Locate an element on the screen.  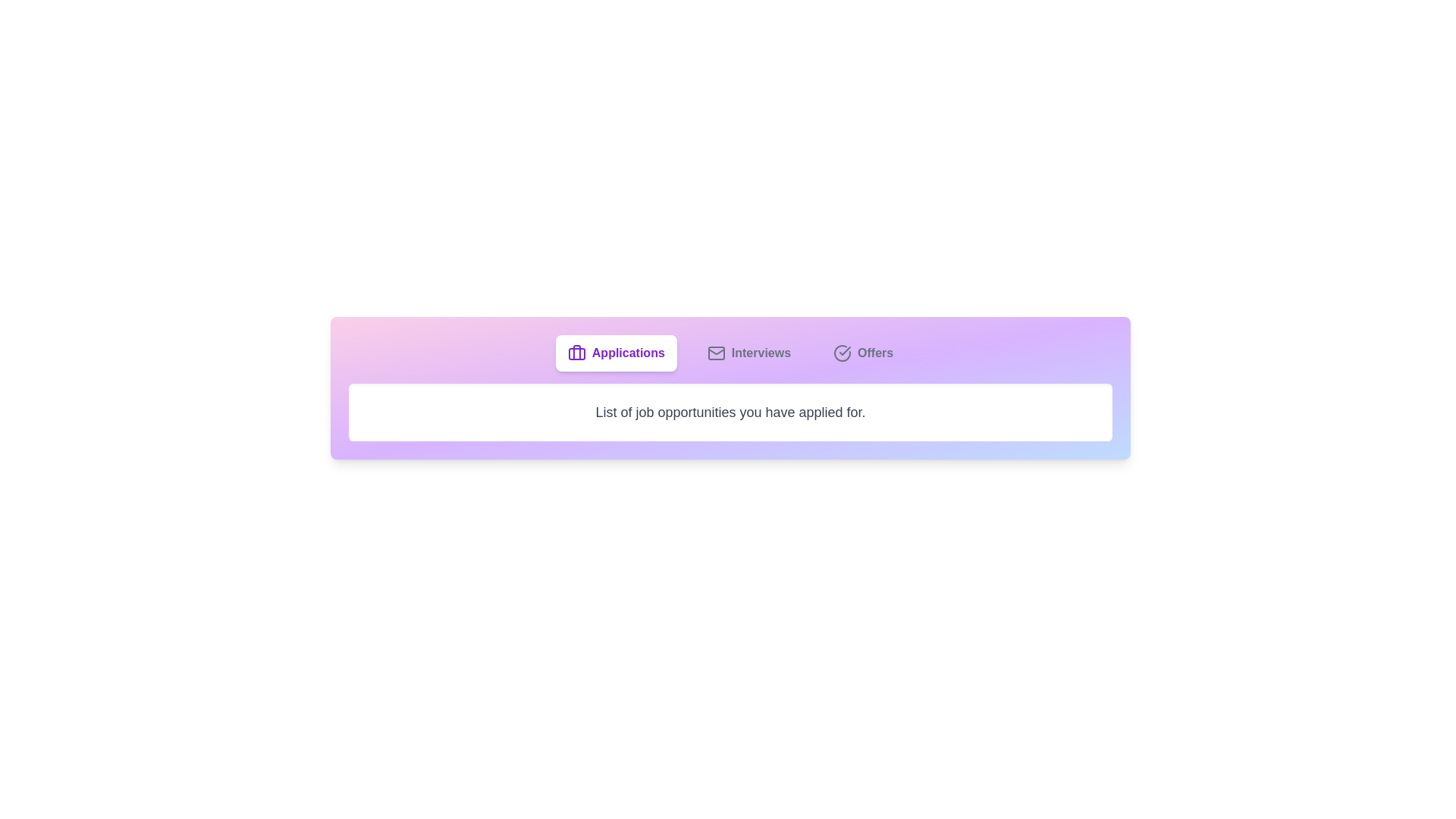
the tab labeled Offers to switch to its content is located at coordinates (862, 353).